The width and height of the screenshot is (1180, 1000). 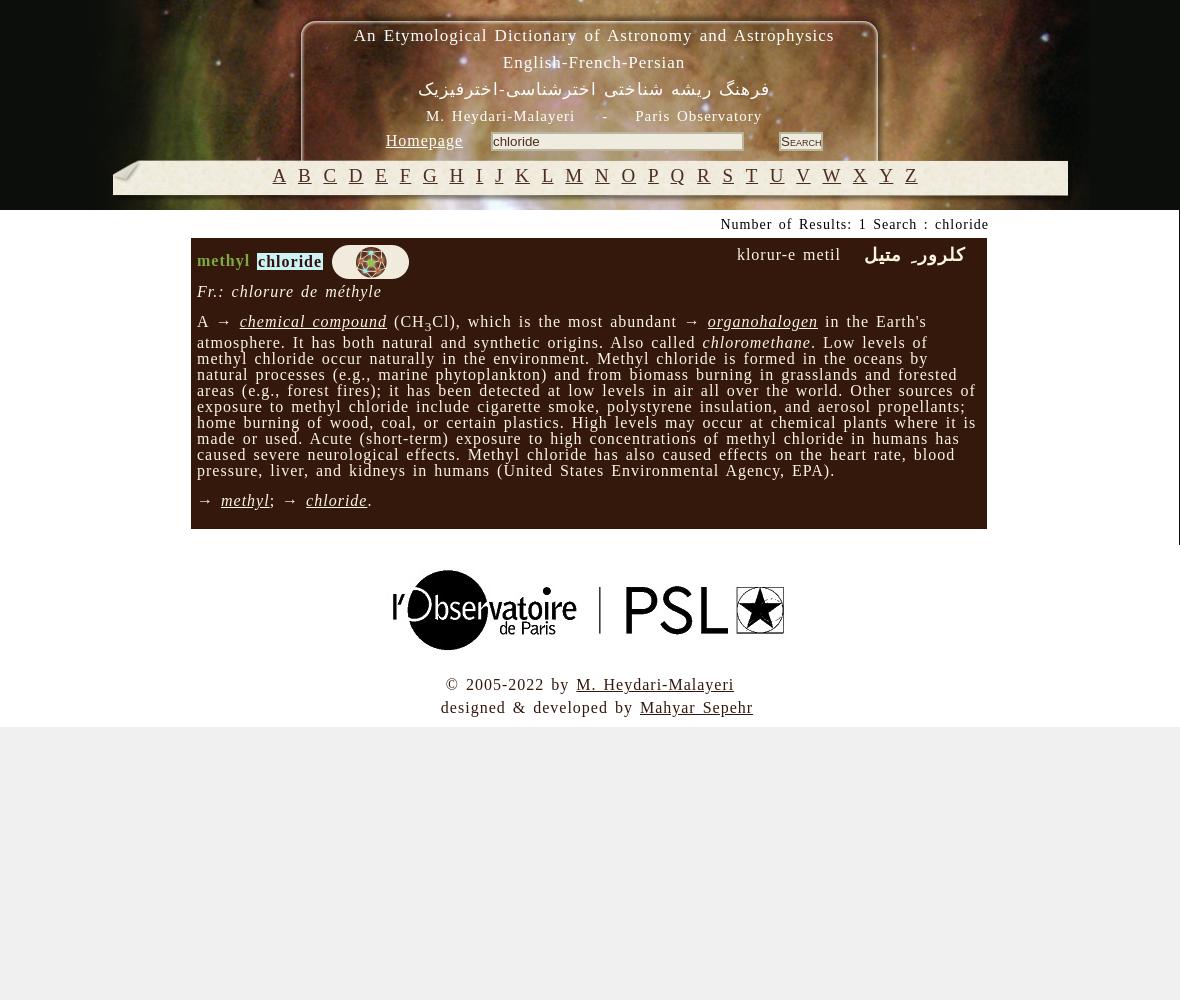 I want to click on 'U', so click(x=776, y=175).